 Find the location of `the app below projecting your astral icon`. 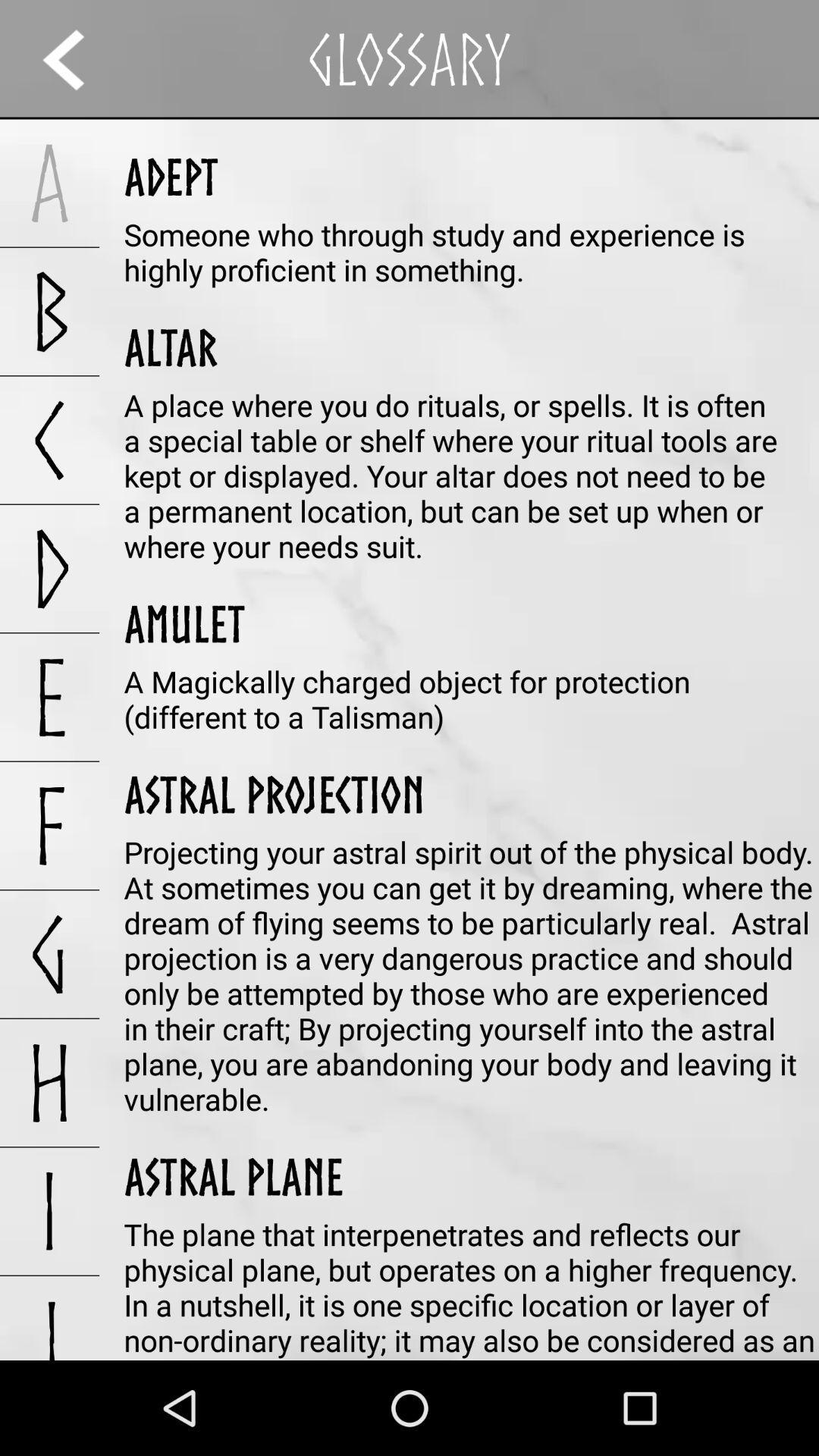

the app below projecting your astral icon is located at coordinates (234, 1175).